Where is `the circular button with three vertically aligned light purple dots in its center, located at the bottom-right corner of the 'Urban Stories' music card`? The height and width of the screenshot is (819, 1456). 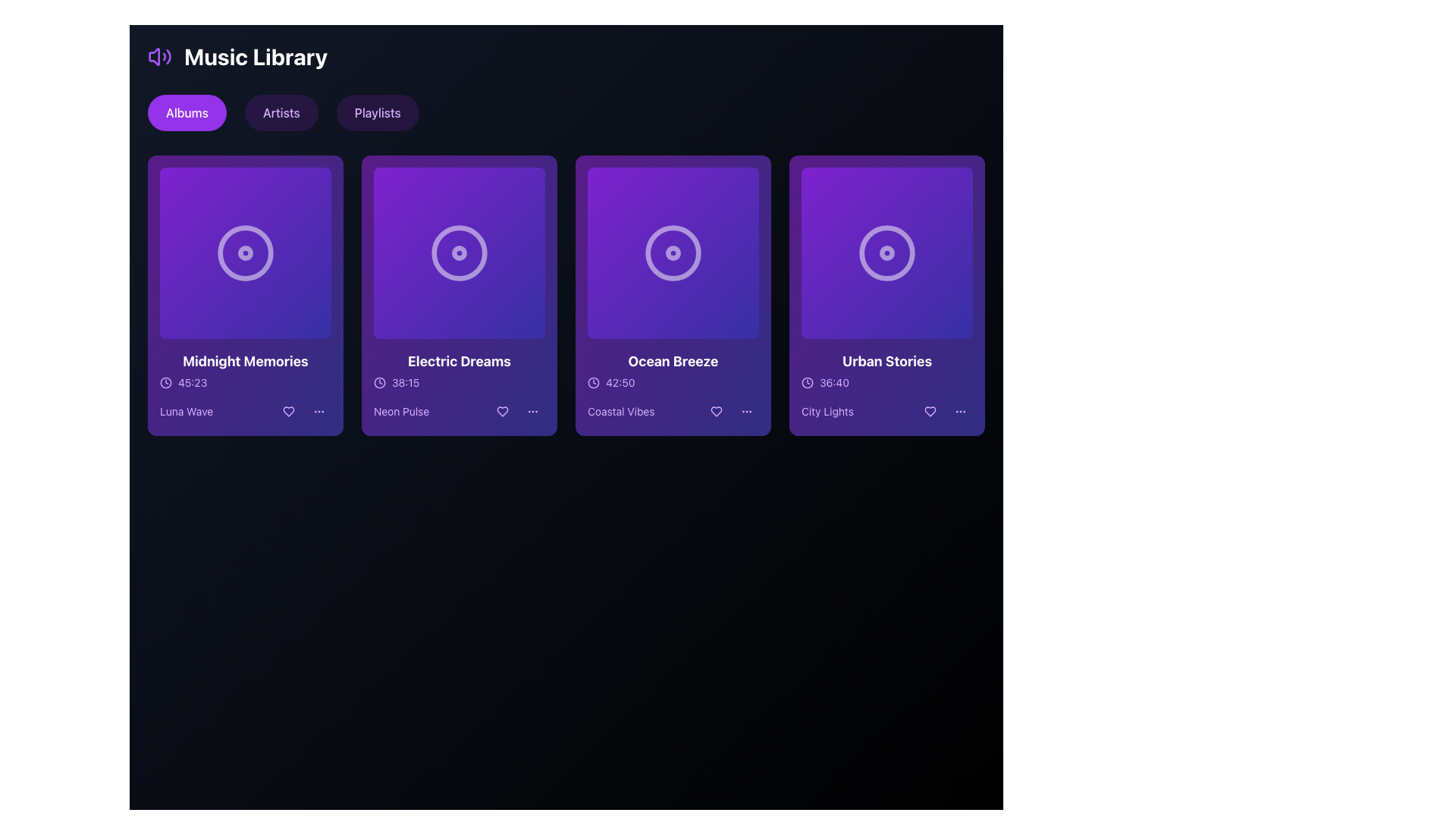
the circular button with three vertically aligned light purple dots in its center, located at the bottom-right corner of the 'Urban Stories' music card is located at coordinates (960, 412).